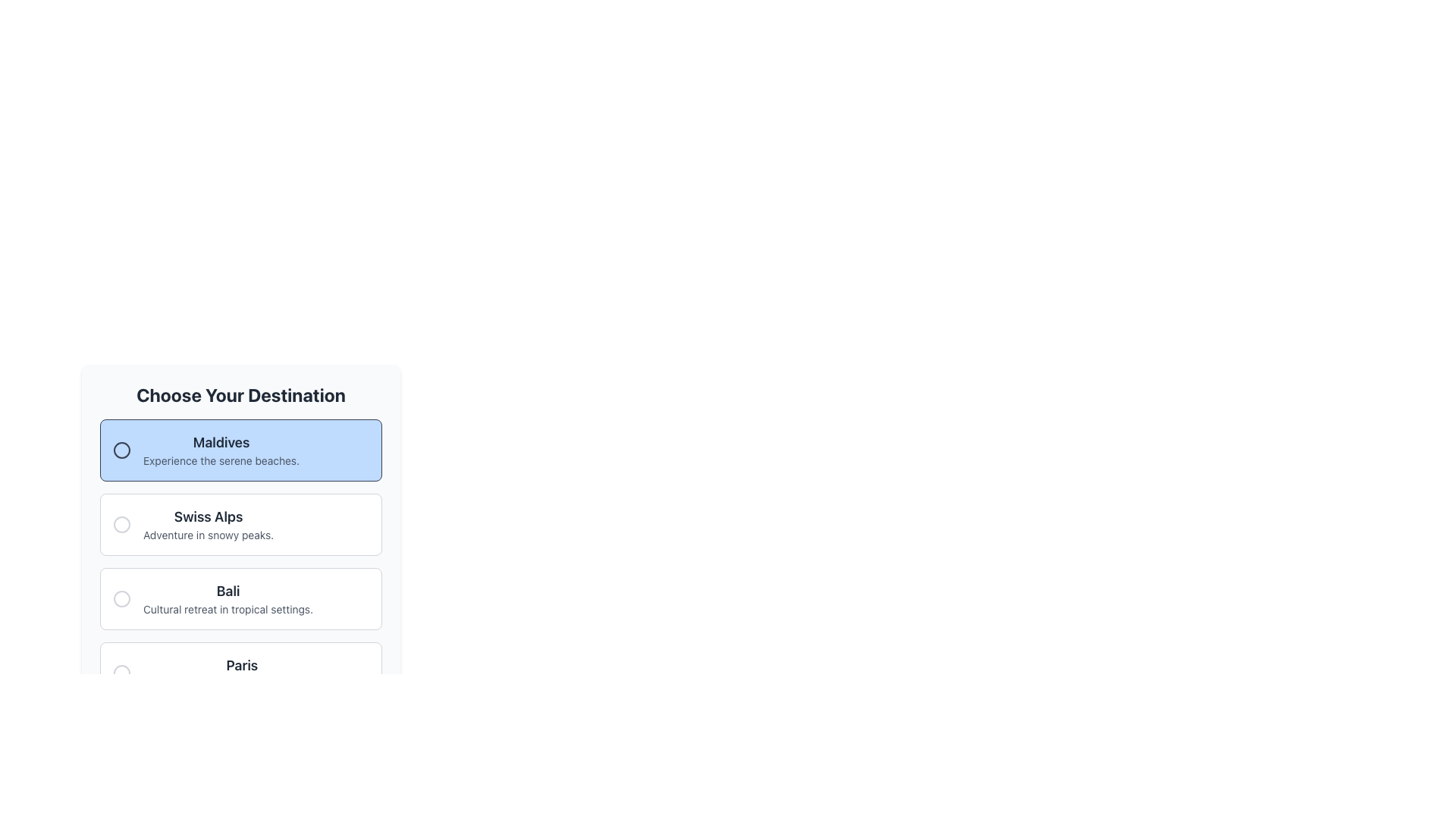 The height and width of the screenshot is (819, 1456). I want to click on the second selectable destination option, which is displayed as a TextElement with a white background and rounded borders, located between 'Maldives' and 'Bali', so click(208, 523).